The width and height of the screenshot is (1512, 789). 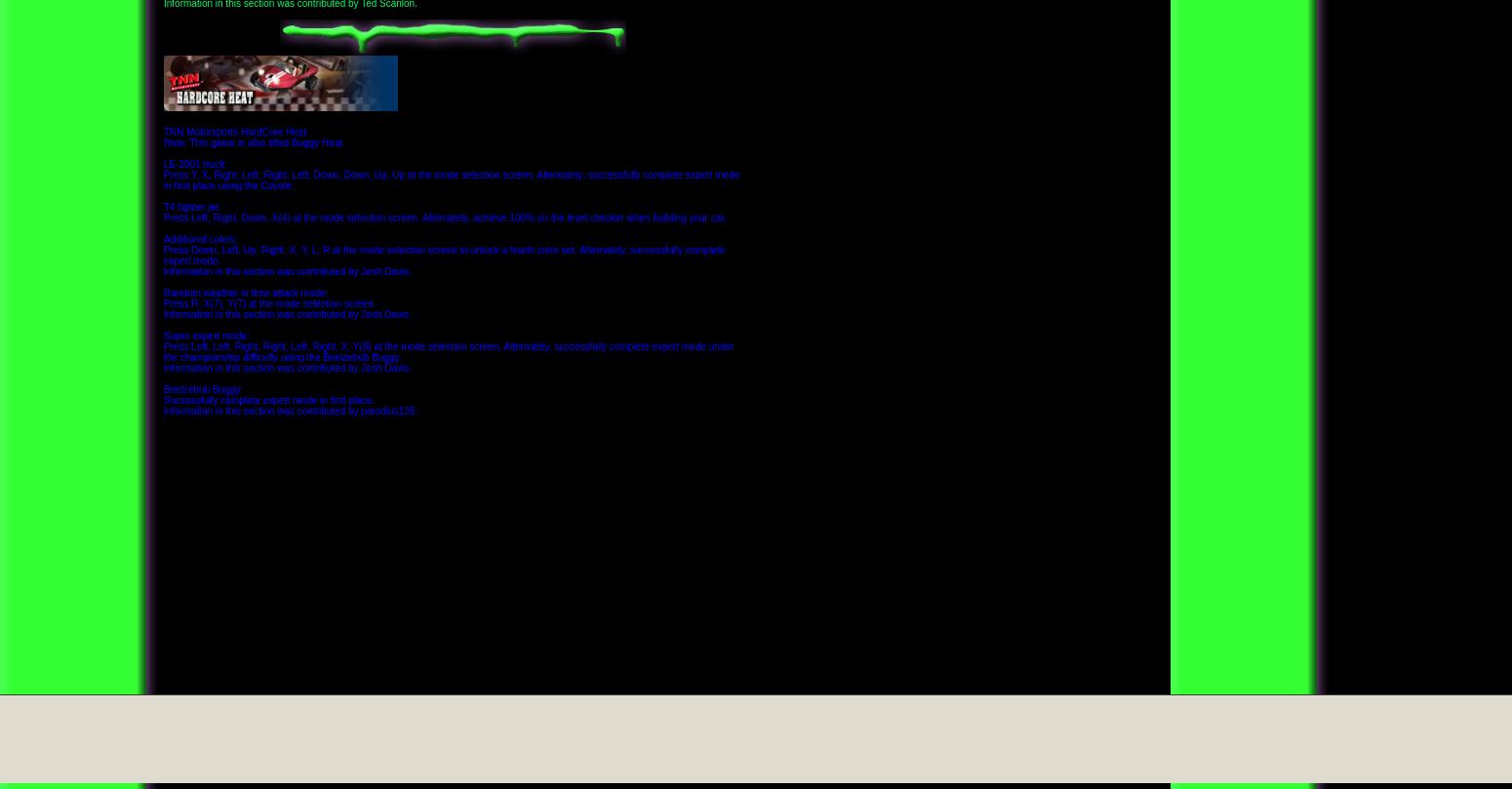 I want to click on 'Press Down, Left, Up, Right, X, Y, L, R at the mode selection screen to unlock a fourth color set. Alternately, successfully complete expert mode.', so click(x=444, y=253).